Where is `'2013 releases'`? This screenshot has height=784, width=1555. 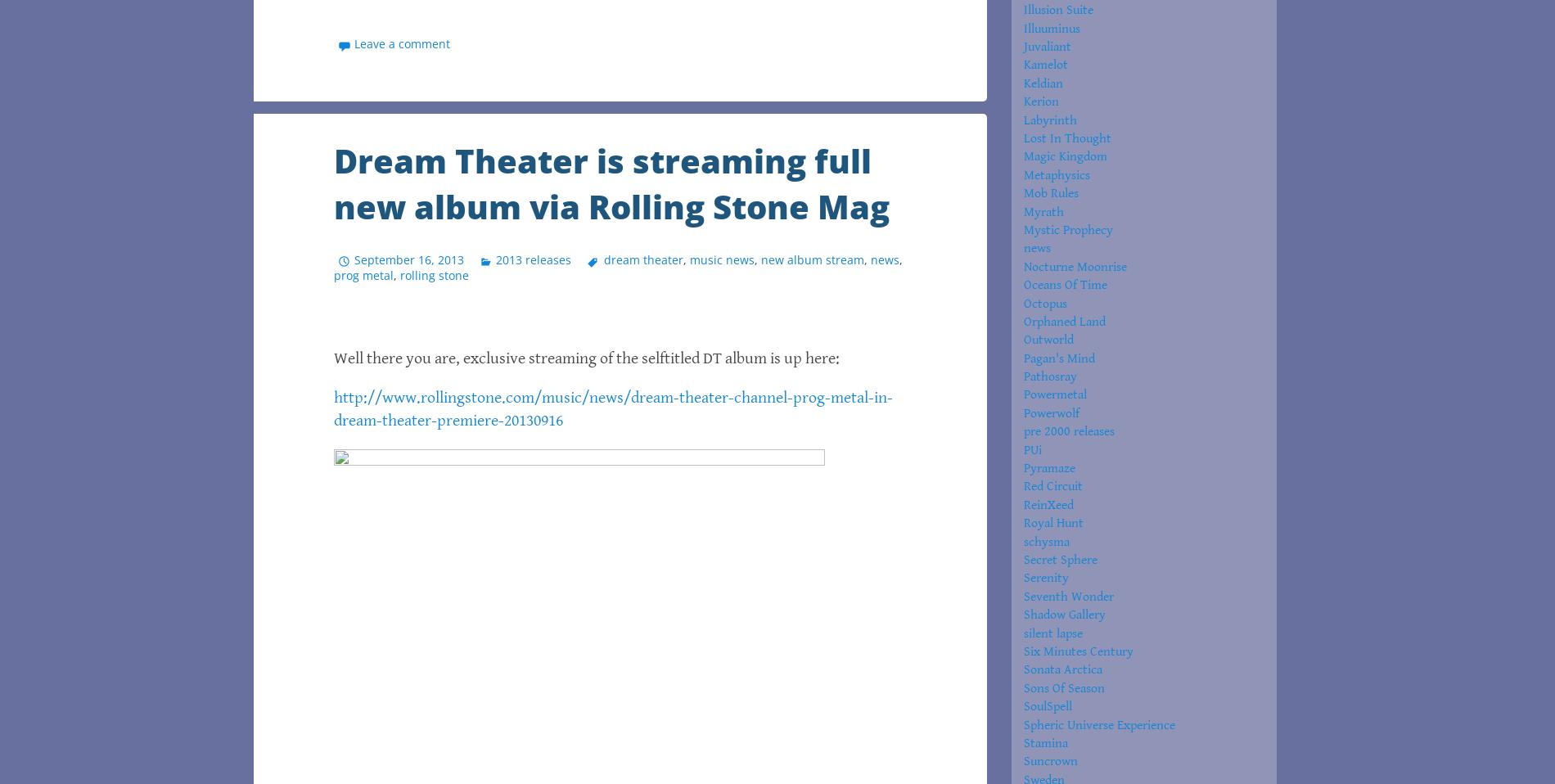
'2013 releases' is located at coordinates (534, 259).